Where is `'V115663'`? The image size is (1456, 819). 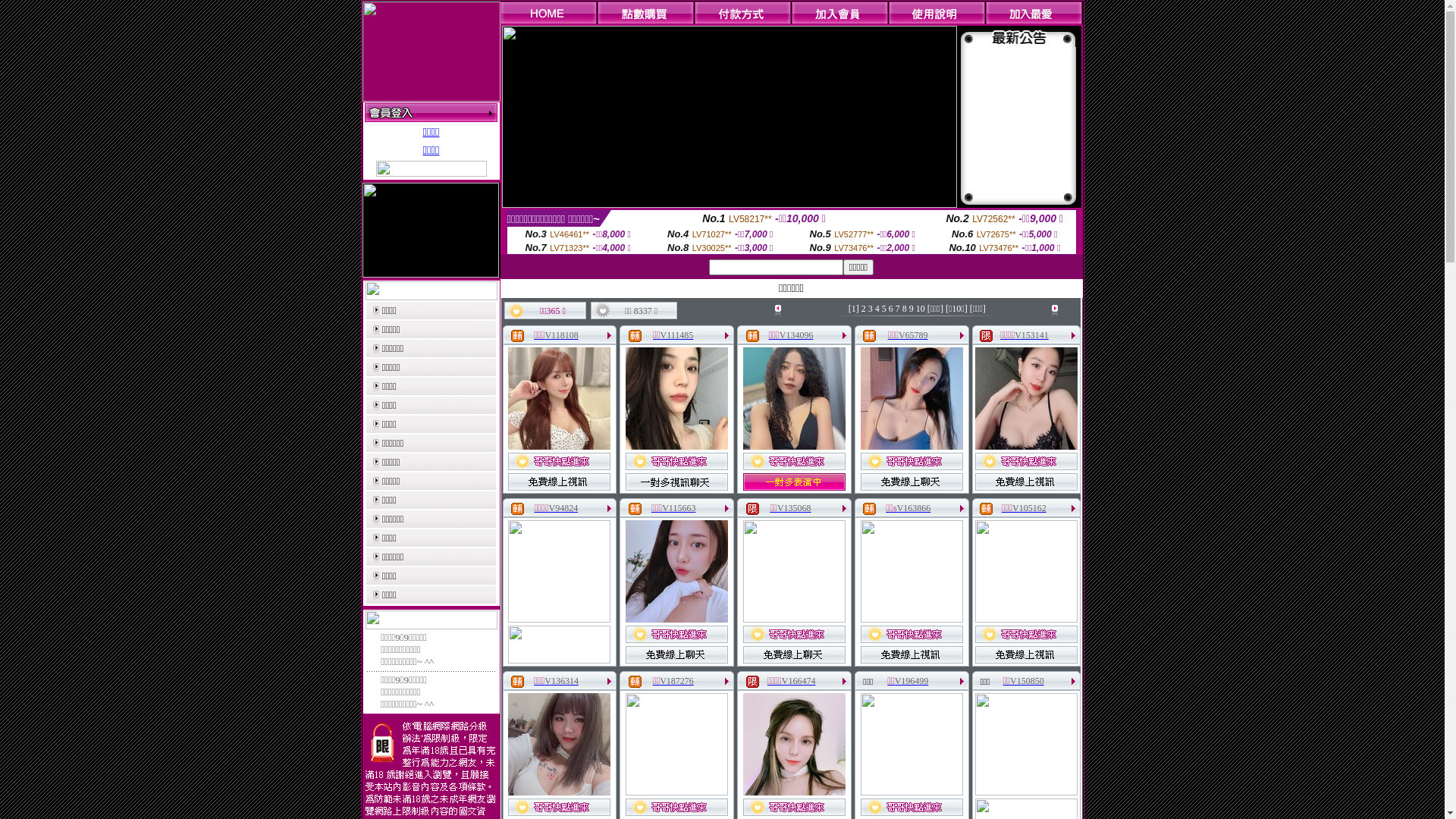 'V115663' is located at coordinates (677, 508).